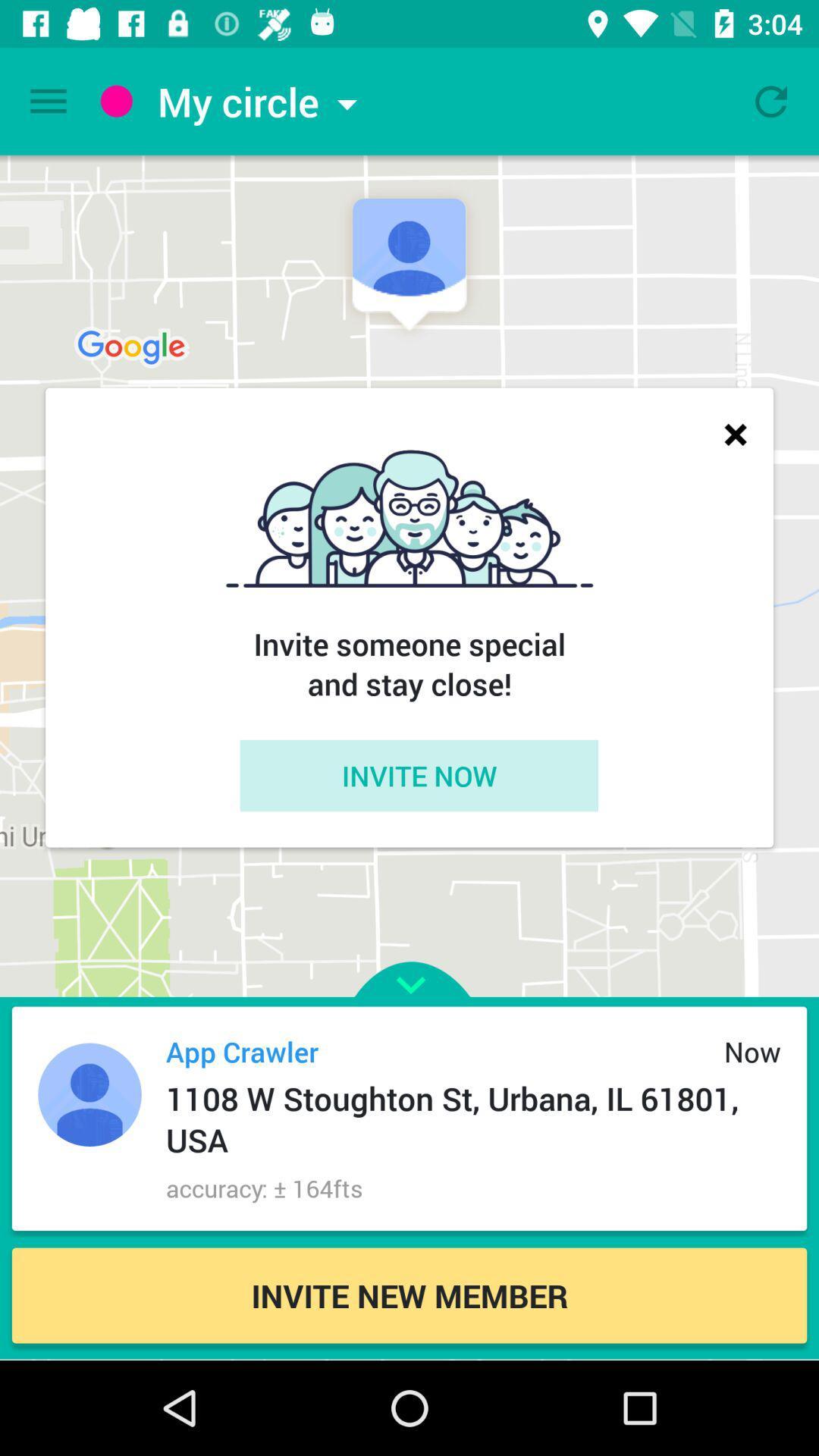 Image resolution: width=819 pixels, height=1456 pixels. Describe the element at coordinates (419, 775) in the screenshot. I see `invite now item` at that location.